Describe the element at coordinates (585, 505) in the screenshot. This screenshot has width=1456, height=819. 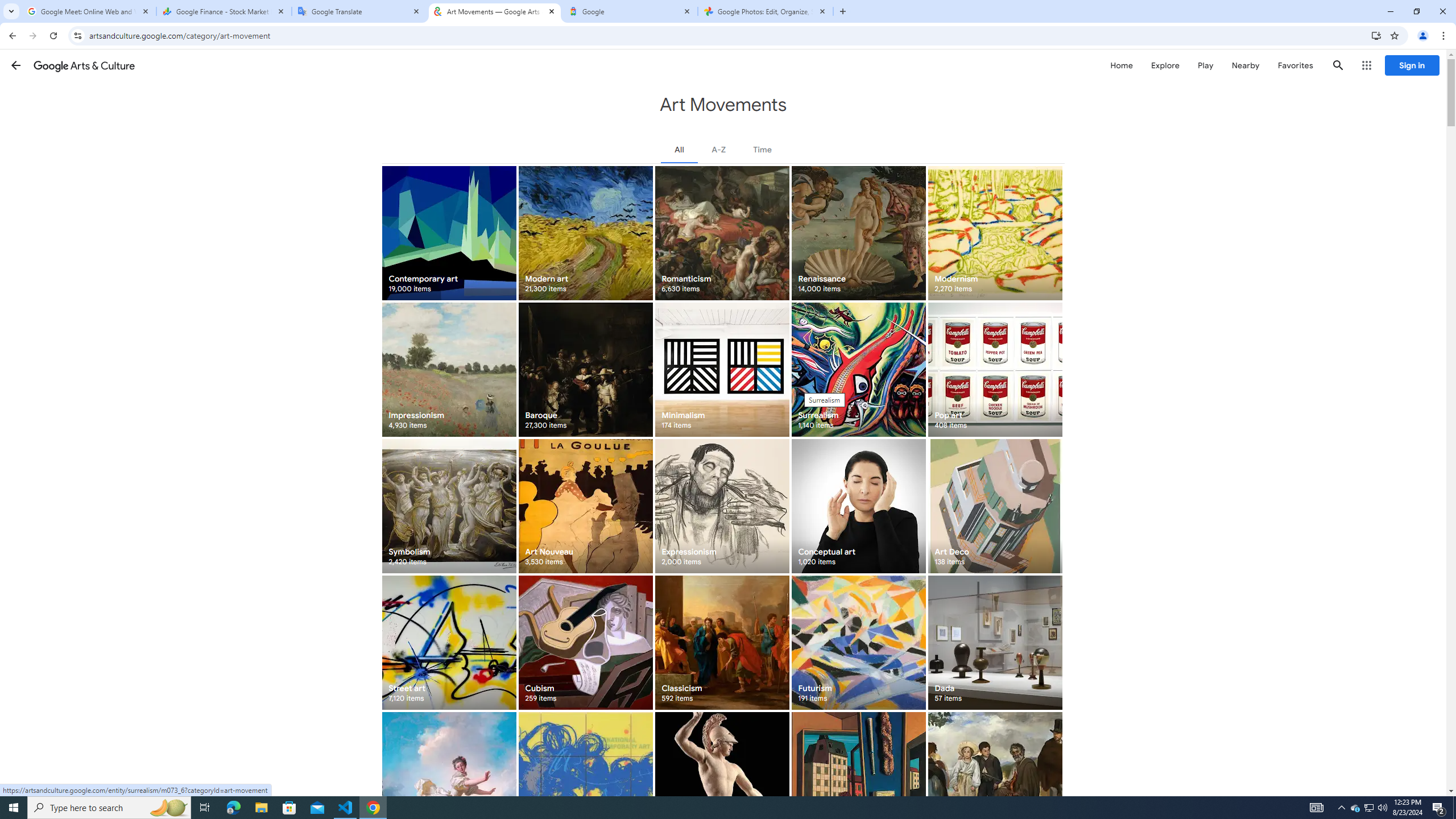
I see `'Art Nouveau 3,530 items'` at that location.